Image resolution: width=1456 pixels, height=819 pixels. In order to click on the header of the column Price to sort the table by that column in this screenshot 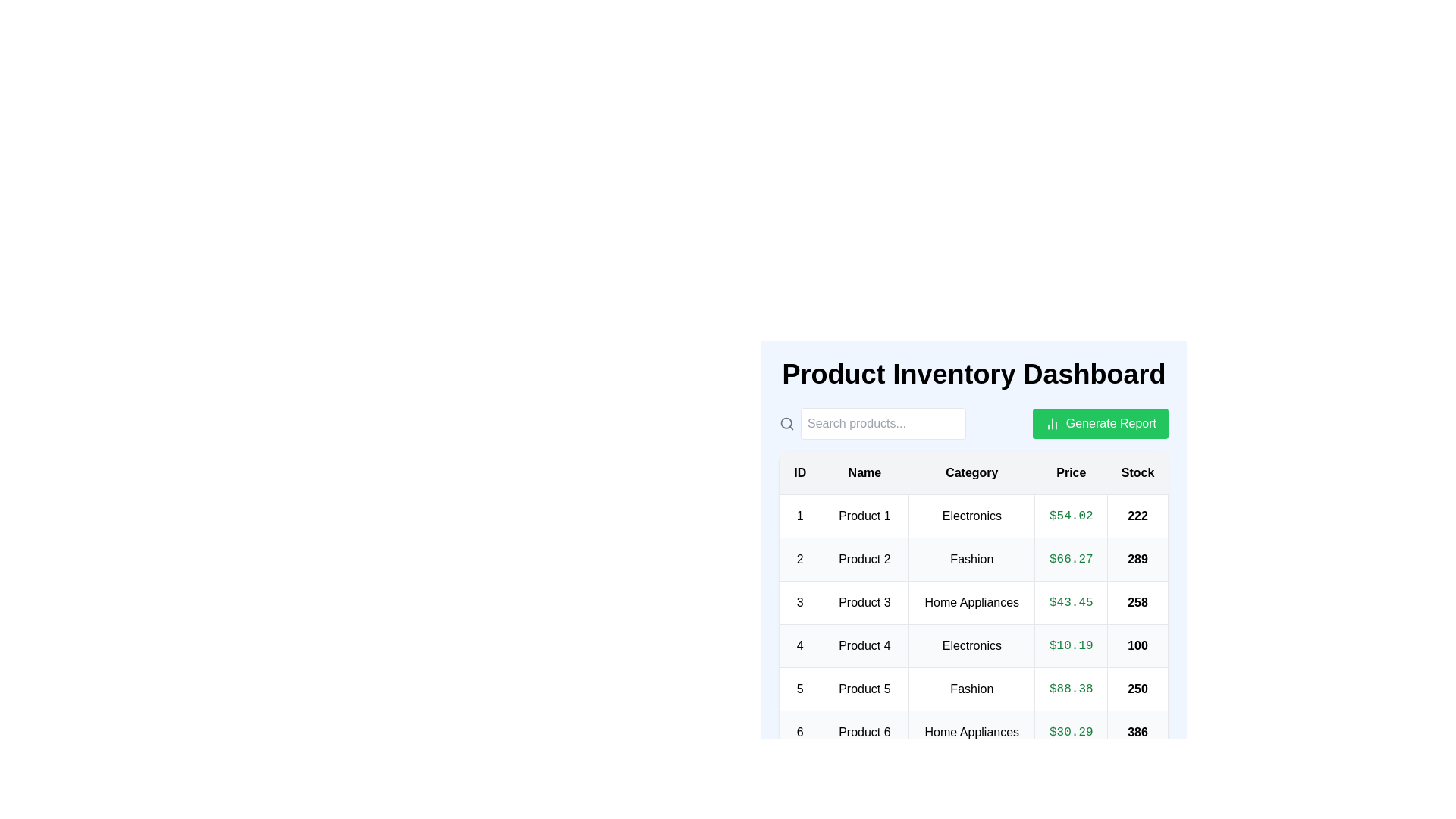, I will do `click(1070, 472)`.